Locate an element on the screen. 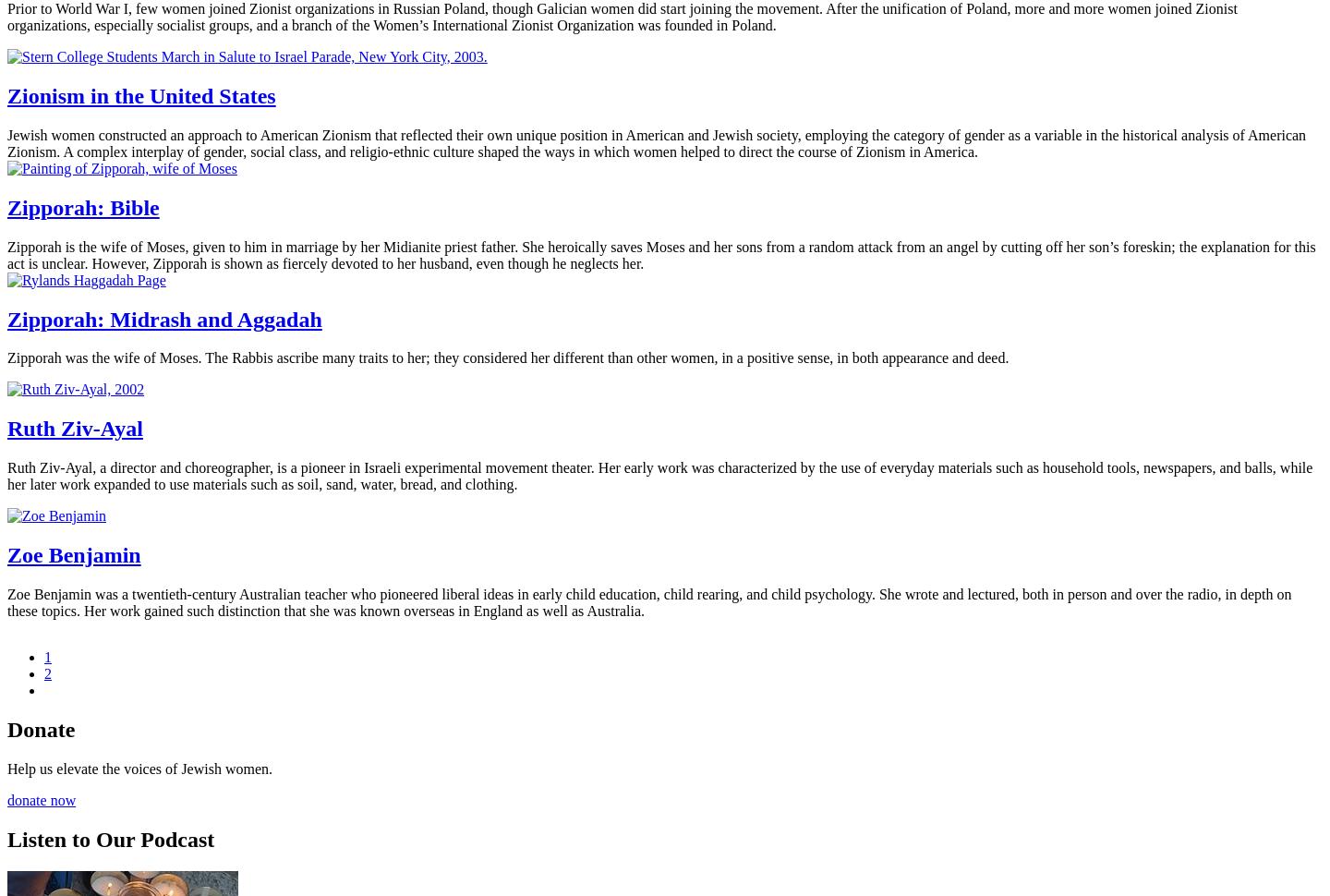 Image resolution: width=1330 pixels, height=896 pixels. '2' is located at coordinates (46, 672).